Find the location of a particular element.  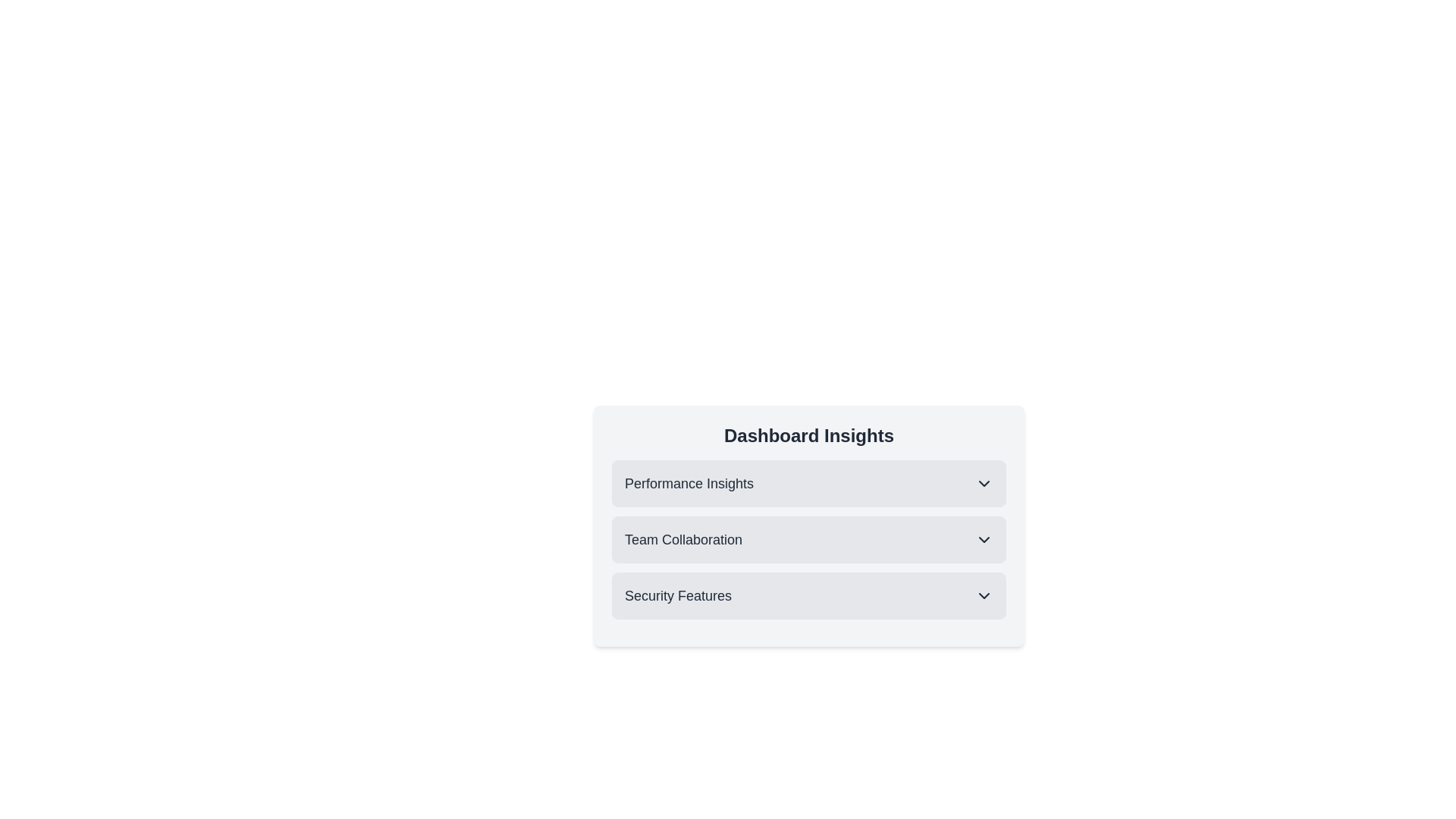

the SVG Icon indicating the 'Security Features' section via keyboard navigation is located at coordinates (984, 595).